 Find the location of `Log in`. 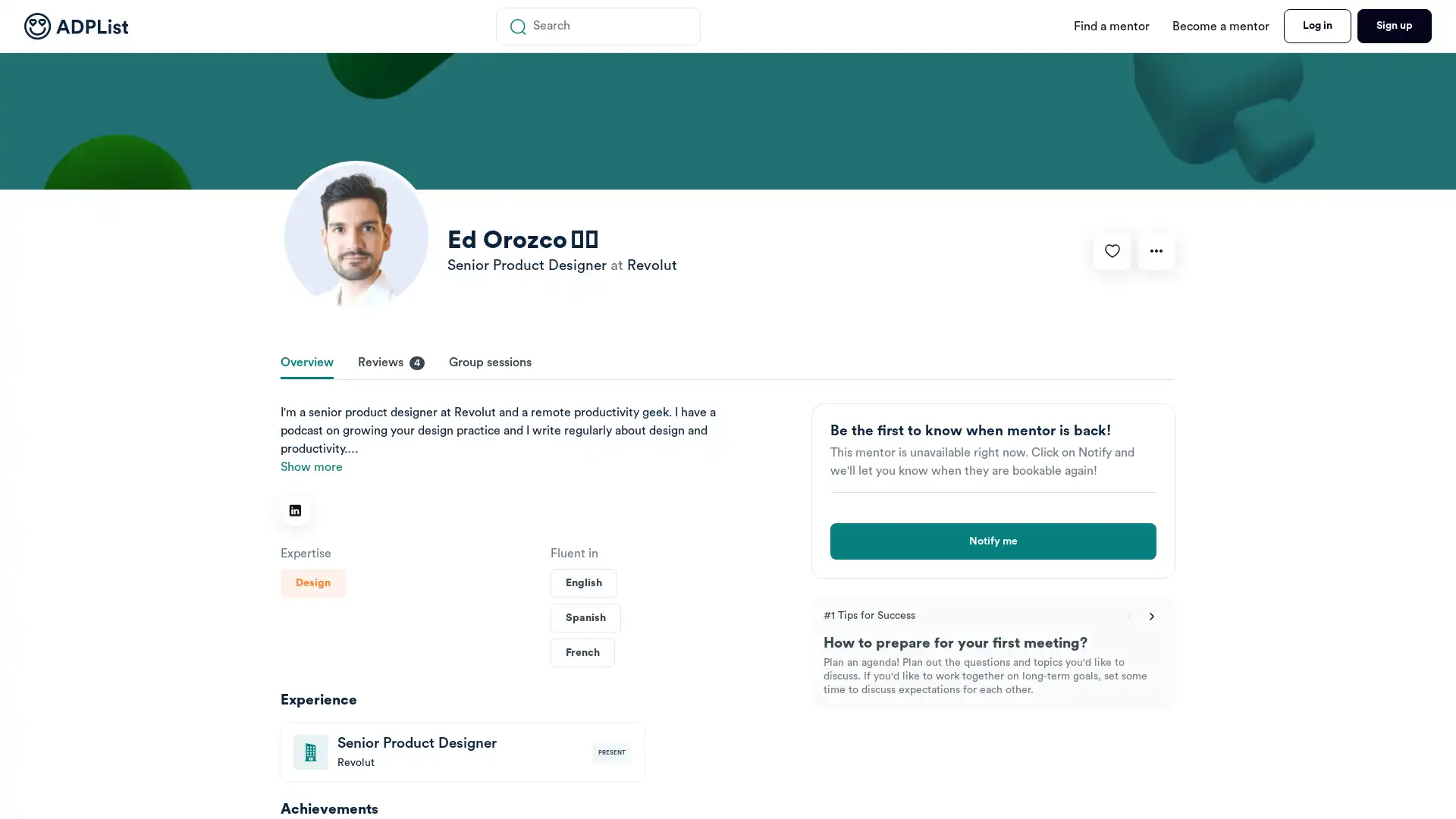

Log in is located at coordinates (1316, 26).